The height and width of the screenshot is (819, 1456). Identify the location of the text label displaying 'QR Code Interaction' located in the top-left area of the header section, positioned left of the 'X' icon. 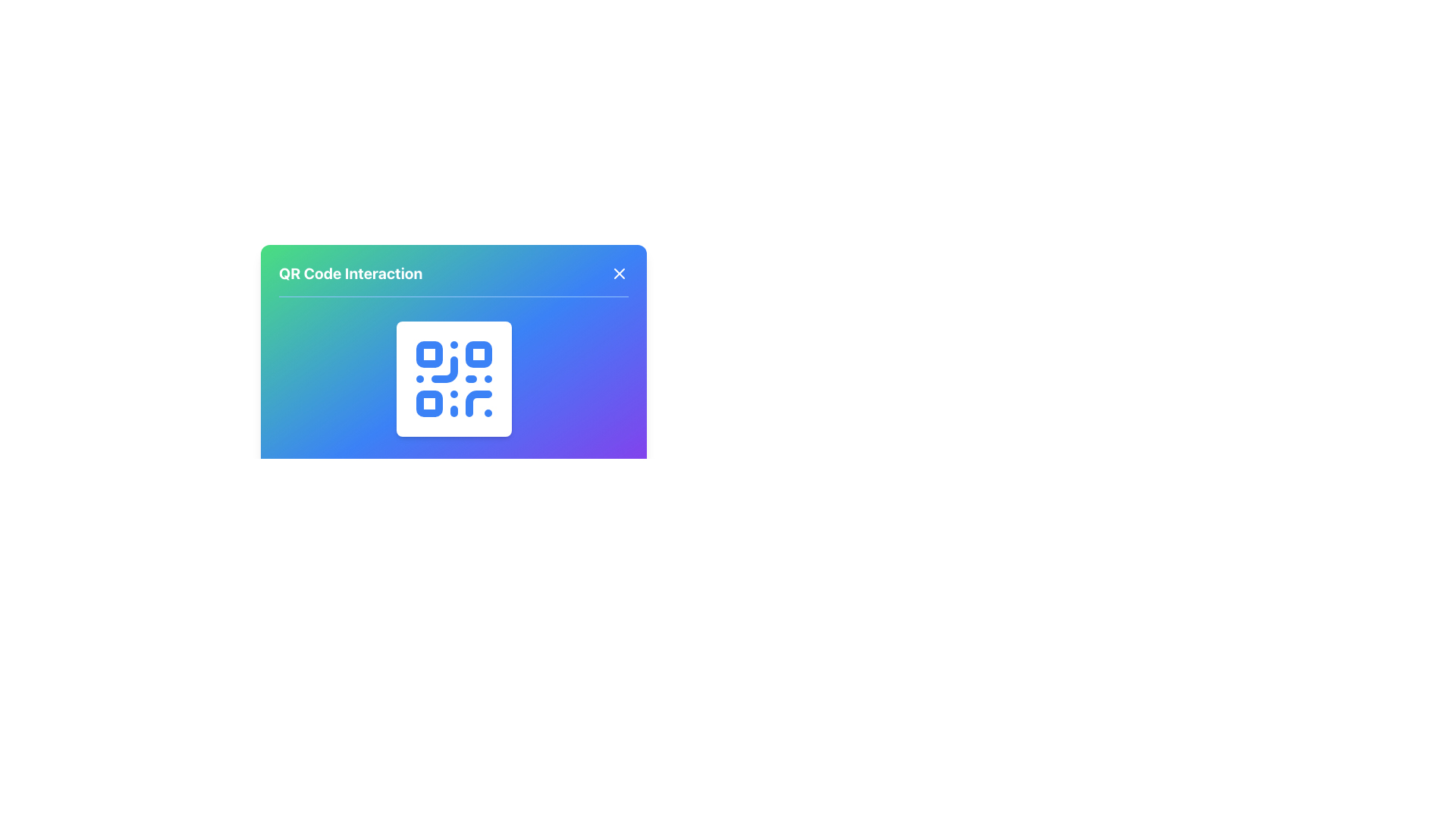
(350, 274).